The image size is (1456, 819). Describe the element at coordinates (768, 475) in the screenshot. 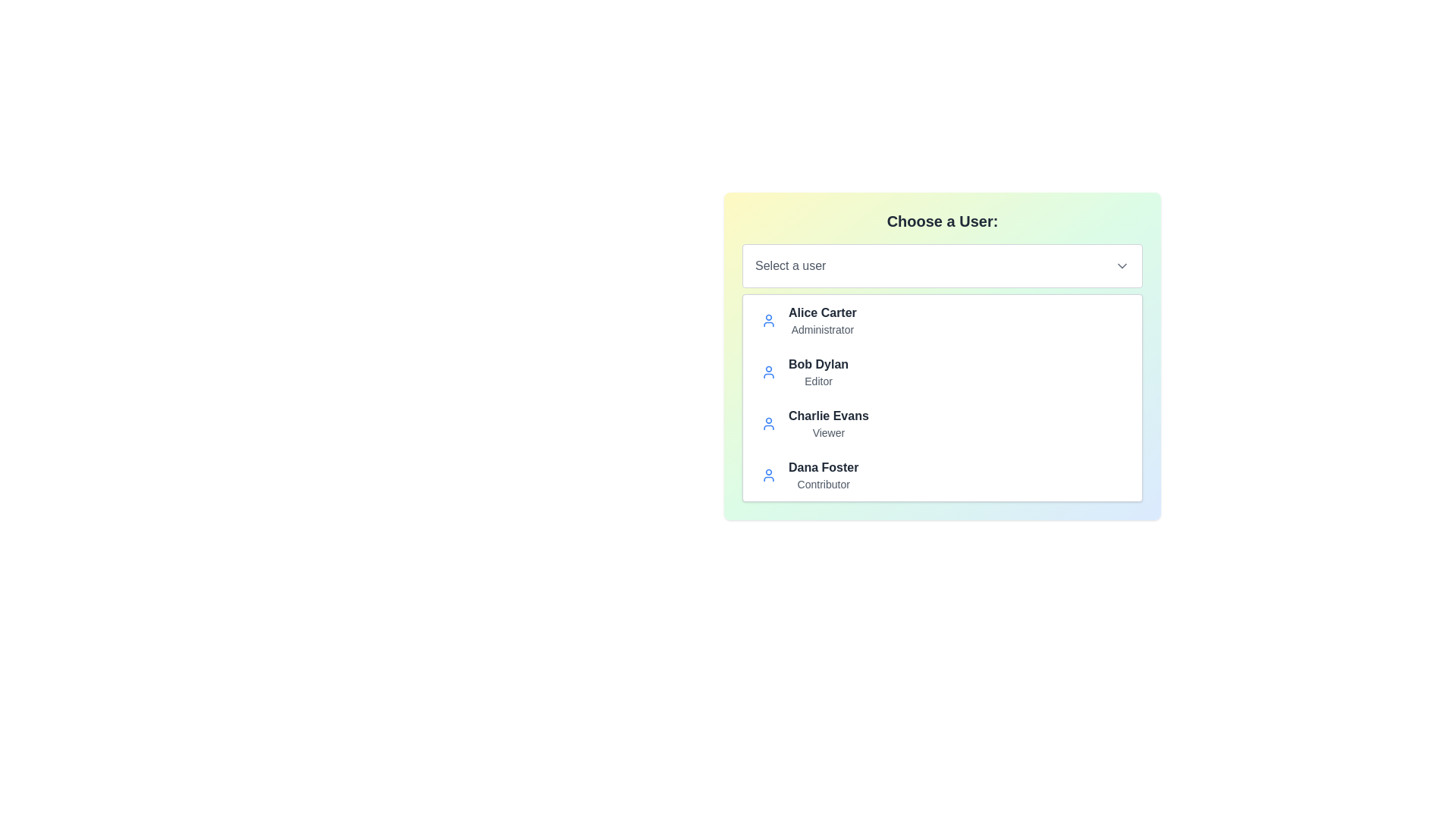

I see `the blue human figure icon located to the left of the name 'Dana Foster', which is the first visual element in the fourth position of the user list` at that location.